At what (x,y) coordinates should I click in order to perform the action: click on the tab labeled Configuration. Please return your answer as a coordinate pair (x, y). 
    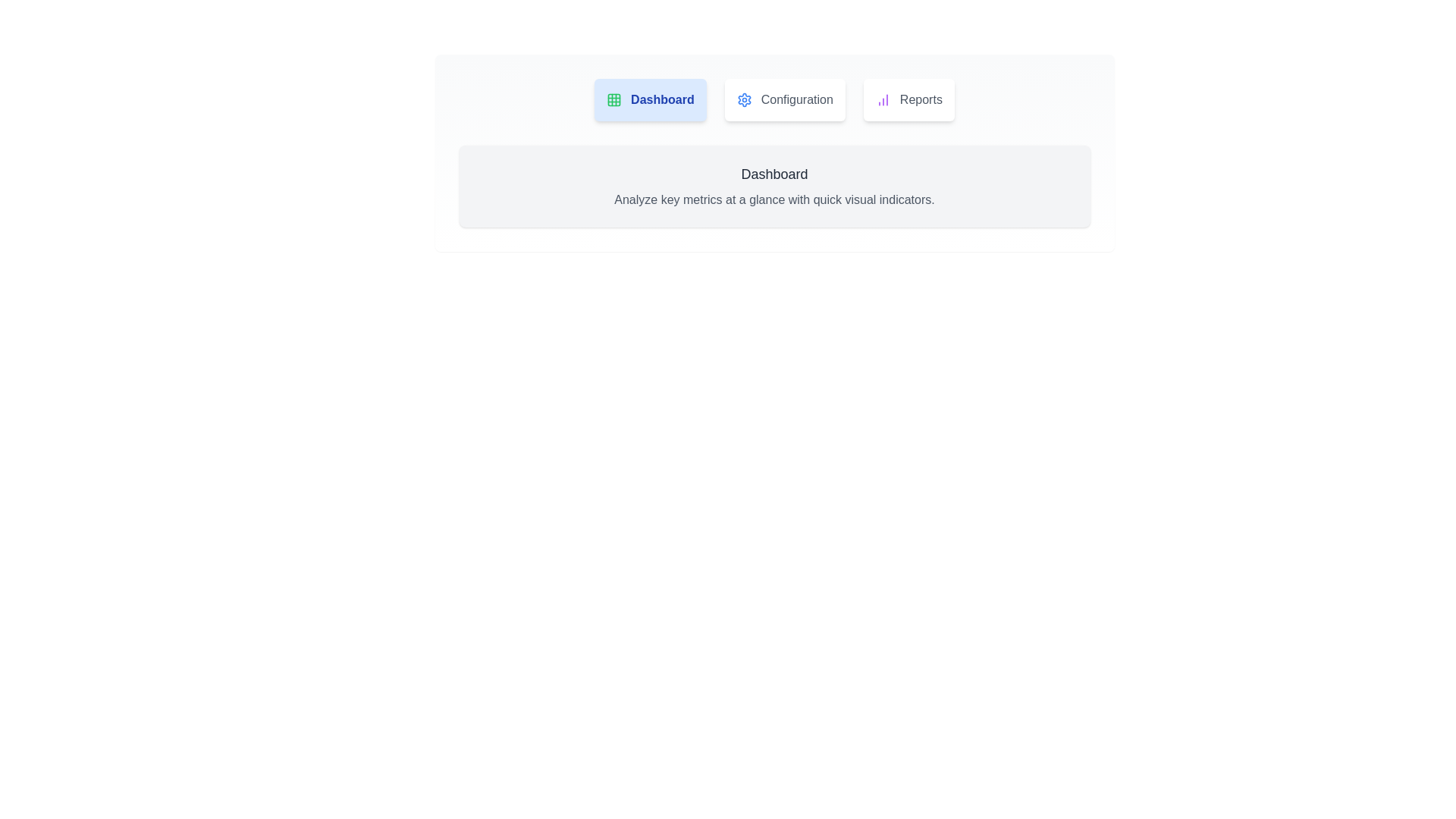
    Looking at the image, I should click on (785, 99).